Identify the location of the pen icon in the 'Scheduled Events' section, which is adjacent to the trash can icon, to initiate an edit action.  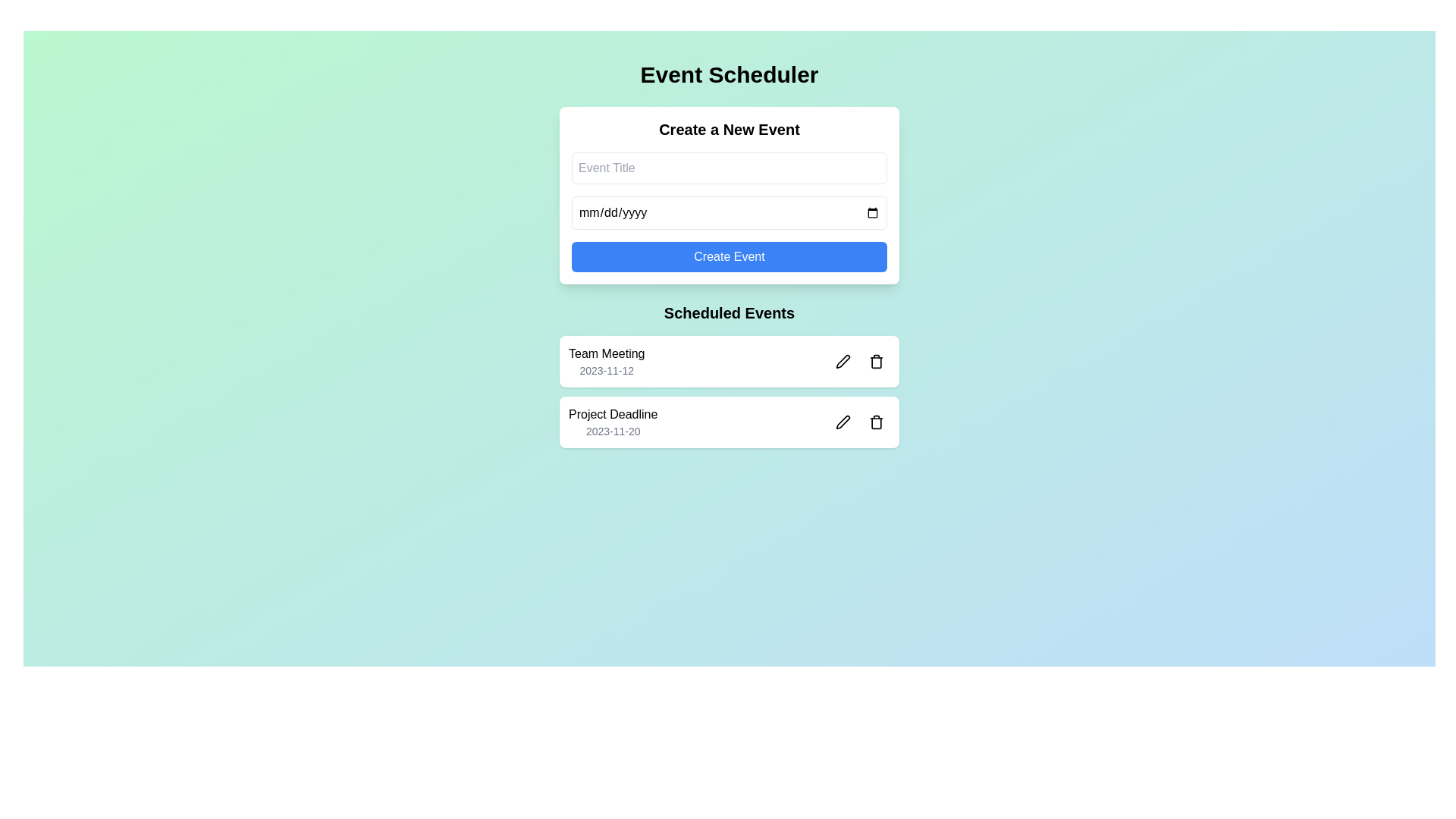
(843, 360).